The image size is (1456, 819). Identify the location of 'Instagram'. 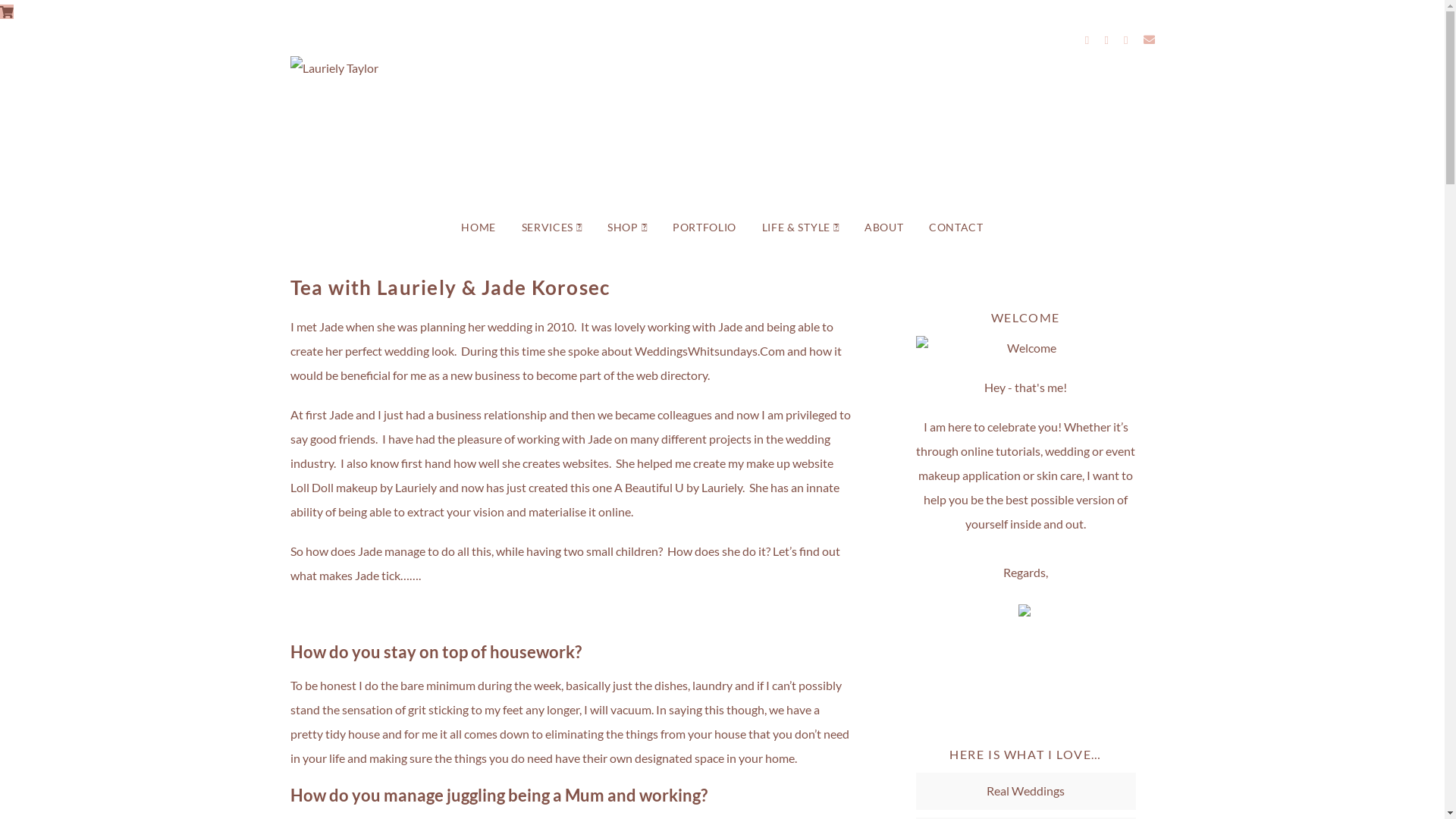
(1103, 39).